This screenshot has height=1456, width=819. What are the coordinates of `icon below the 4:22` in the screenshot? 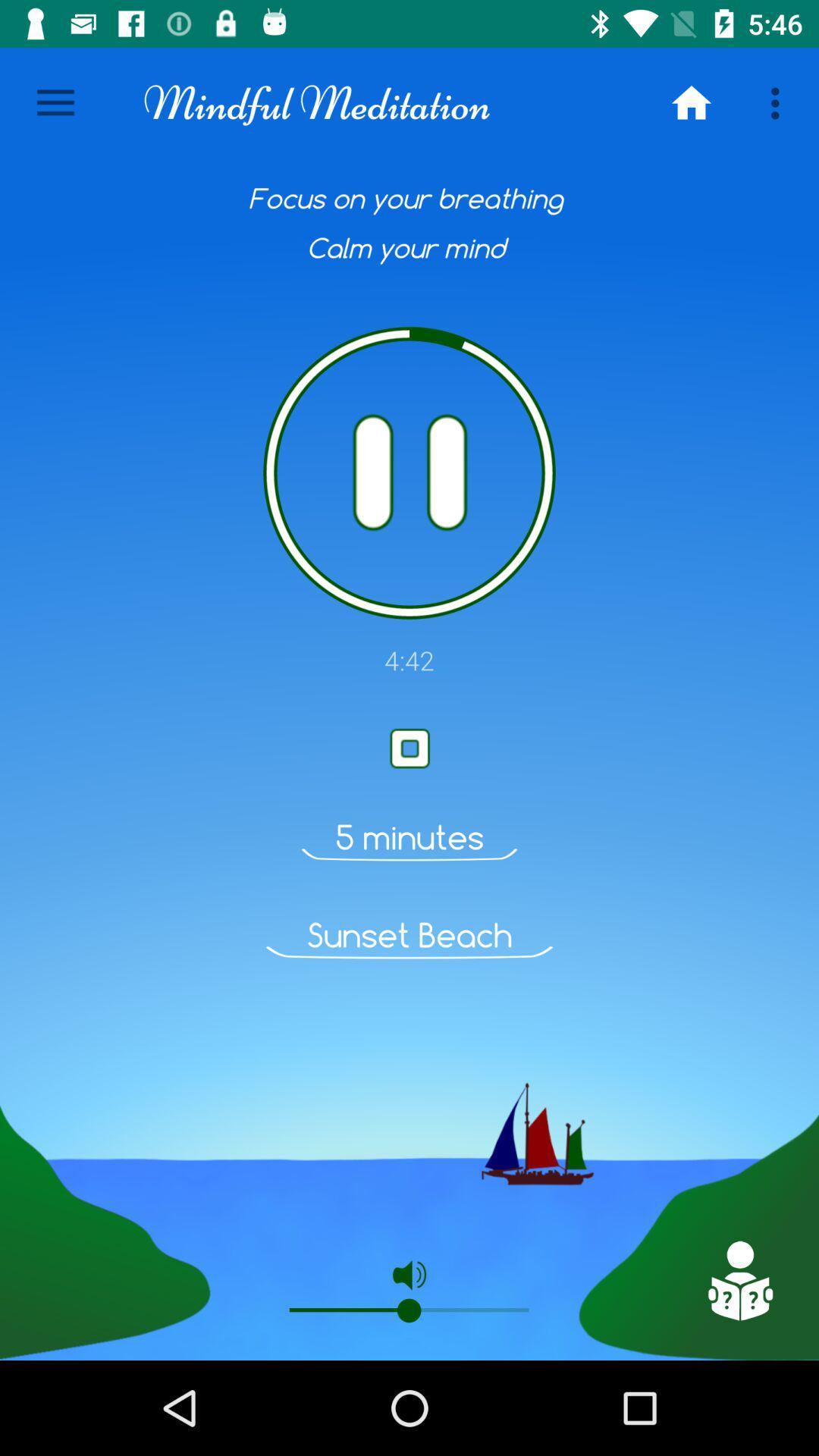 It's located at (739, 1280).